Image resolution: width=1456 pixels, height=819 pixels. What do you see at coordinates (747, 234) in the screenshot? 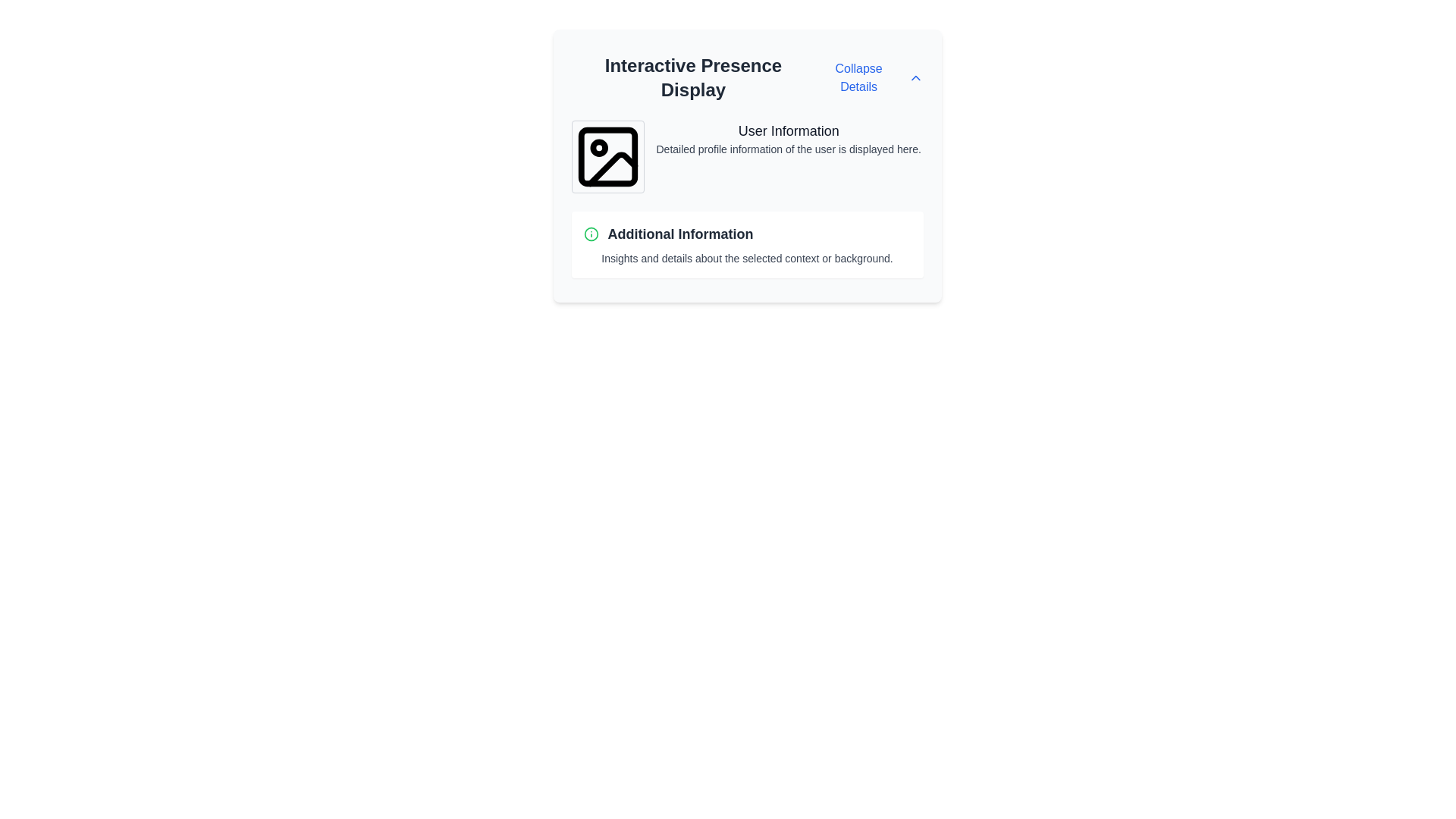
I see `the icon in the Title row labeled 'Additional Information', which features a green circle with an information symbol` at bounding box center [747, 234].